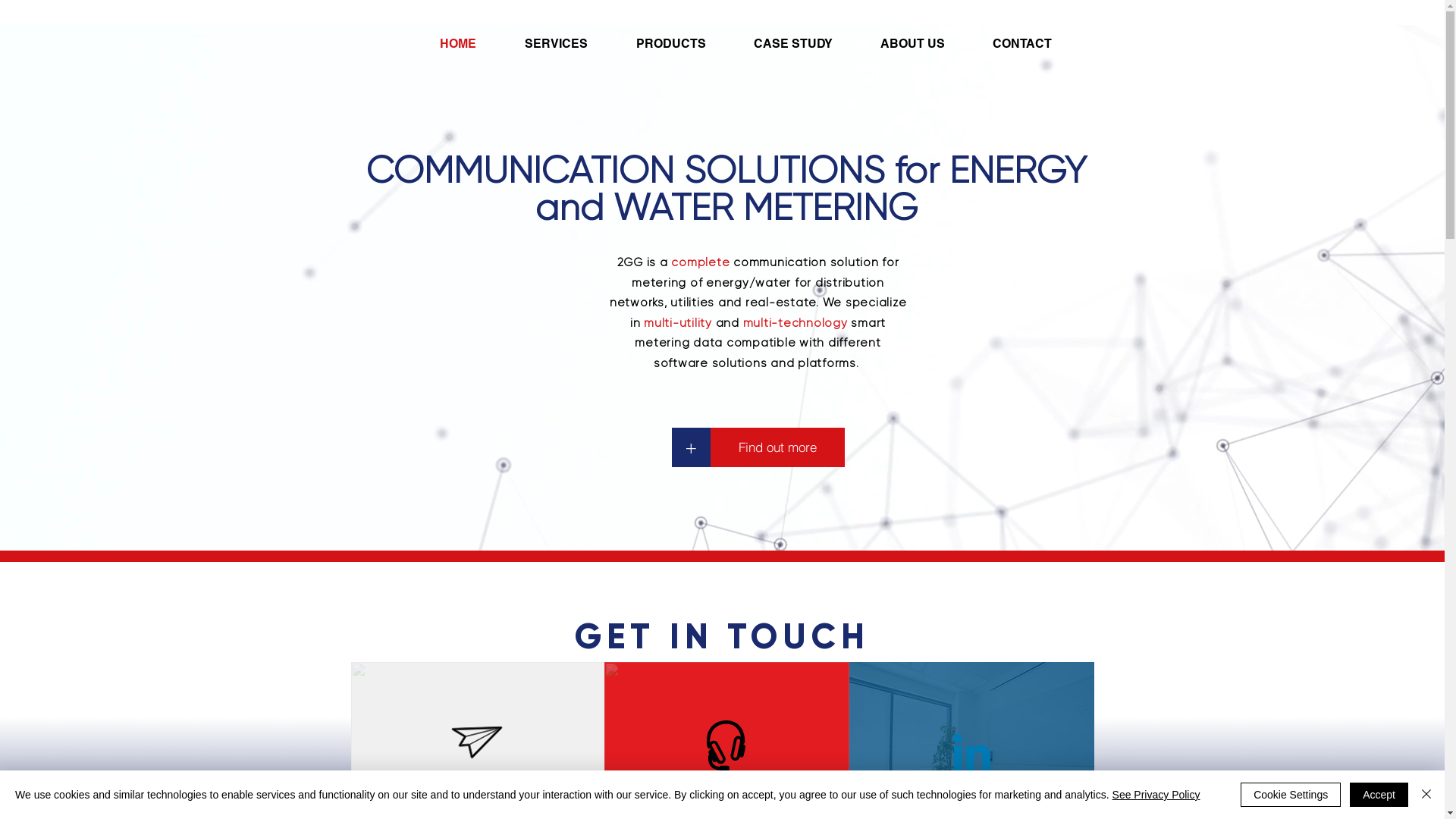 The width and height of the screenshot is (1456, 819). What do you see at coordinates (1379, 794) in the screenshot?
I see `'Accept'` at bounding box center [1379, 794].